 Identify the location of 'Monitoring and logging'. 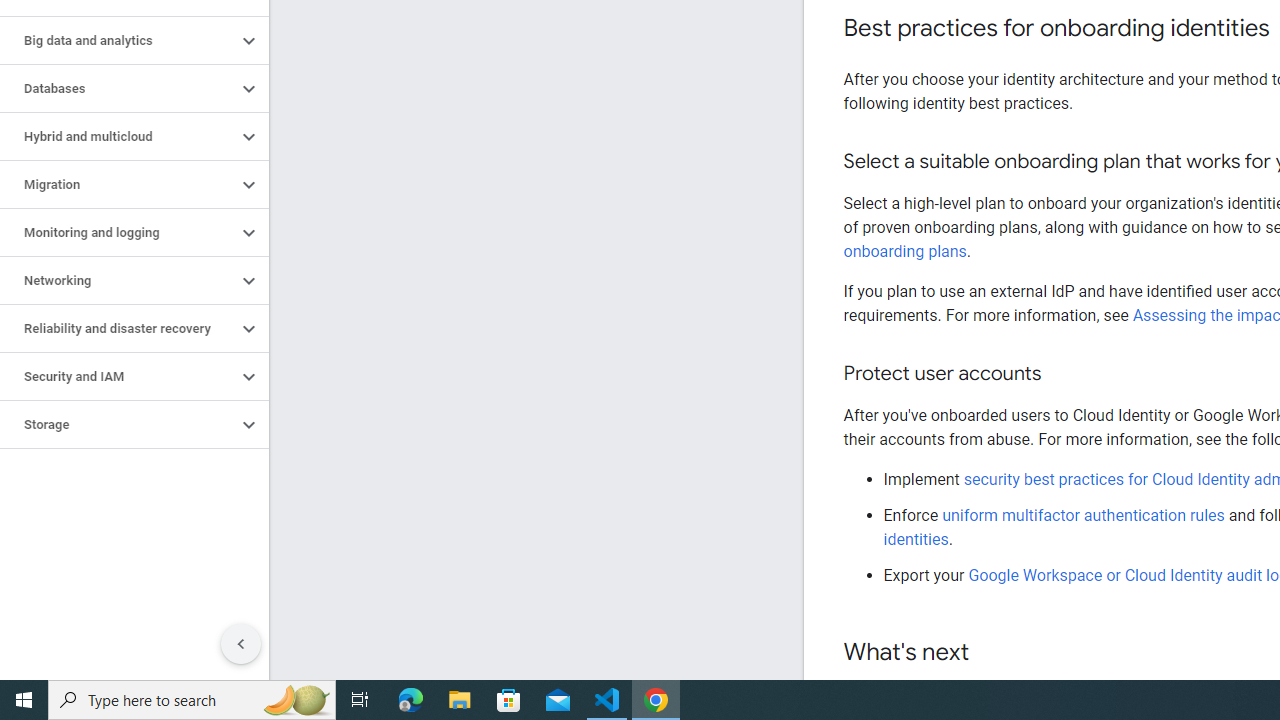
(117, 231).